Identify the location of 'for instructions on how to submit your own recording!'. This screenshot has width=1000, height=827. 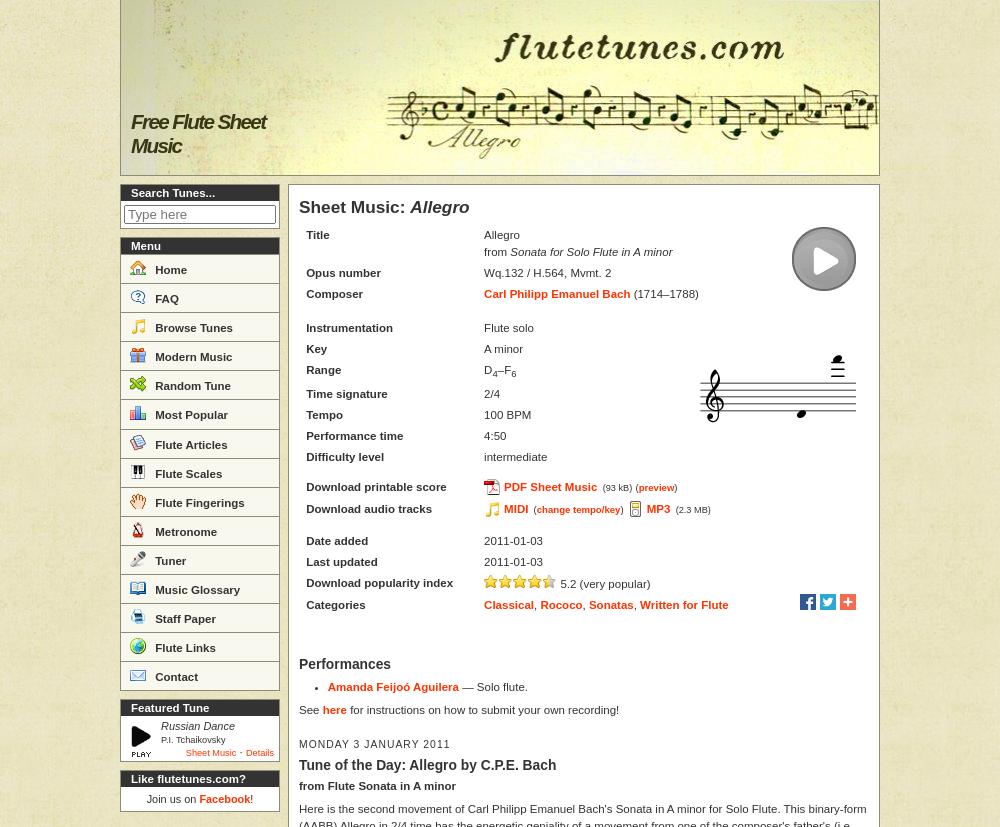
(481, 708).